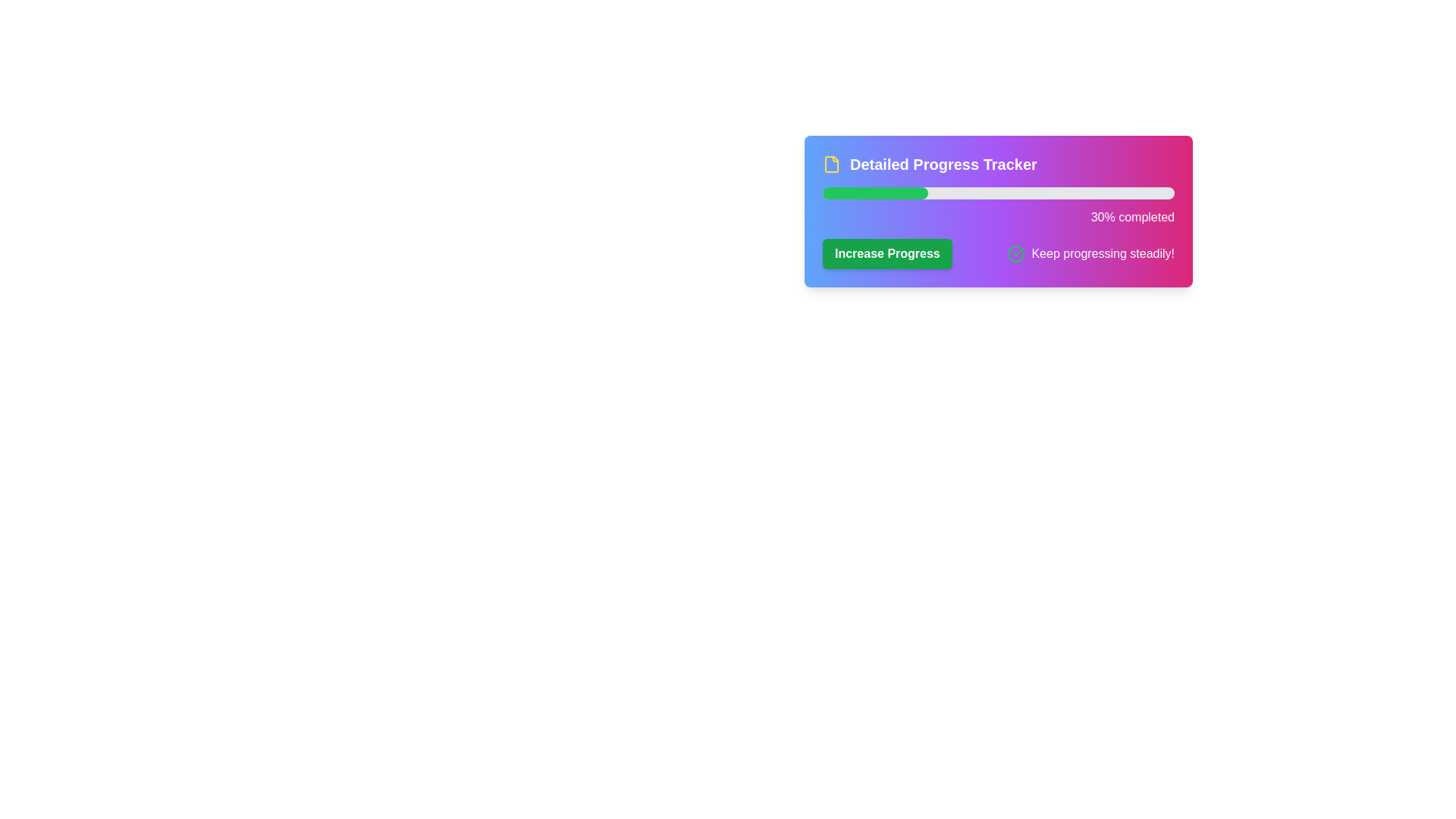 The width and height of the screenshot is (1456, 819). I want to click on the text label that serves as the title for the card, which is located at the top of the card-like component with a gradient background, aligned to the left and preceded by a document icon, so click(998, 164).